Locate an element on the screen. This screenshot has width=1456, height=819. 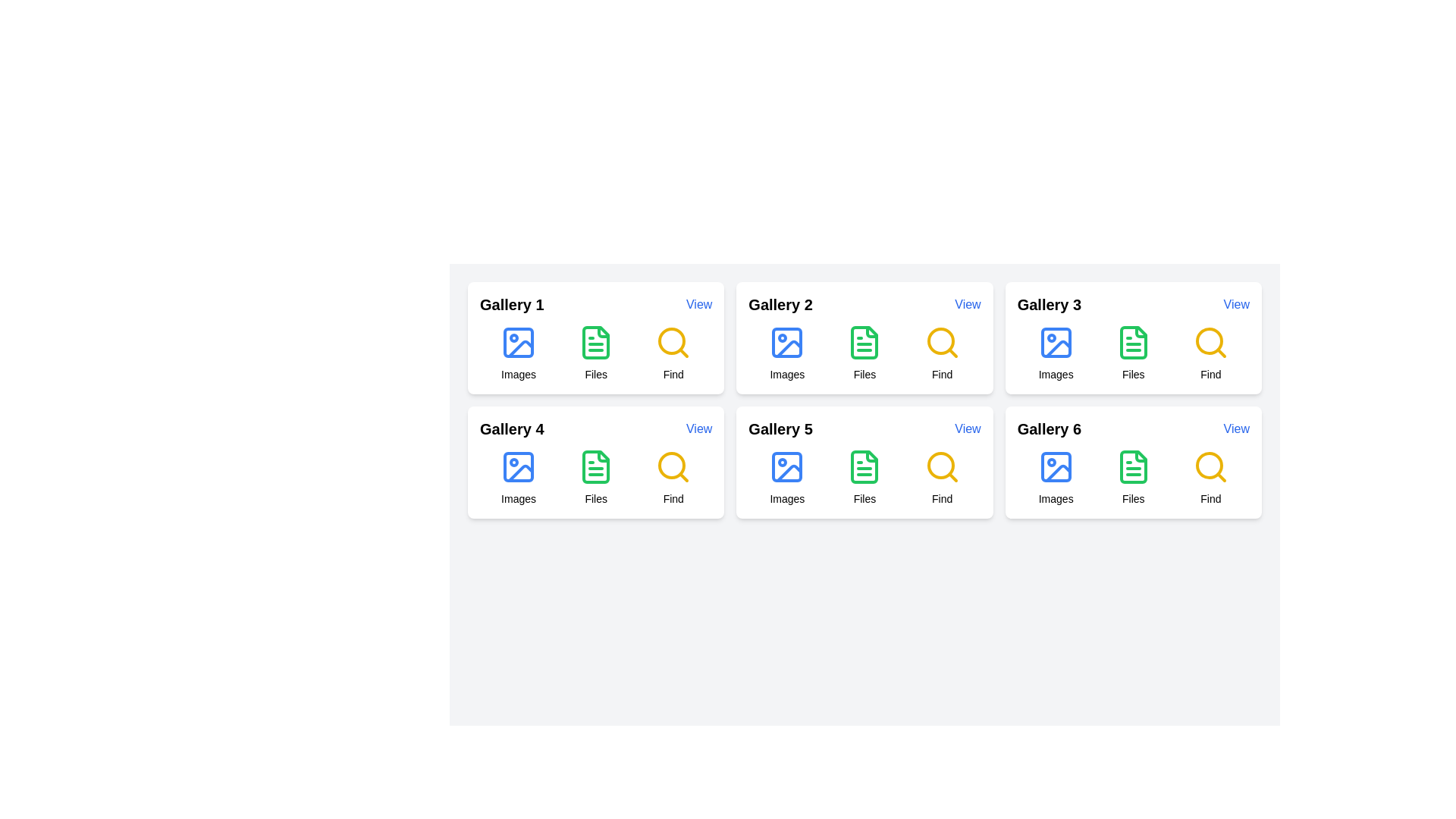
the file icon with descriptive text located is located at coordinates (864, 476).